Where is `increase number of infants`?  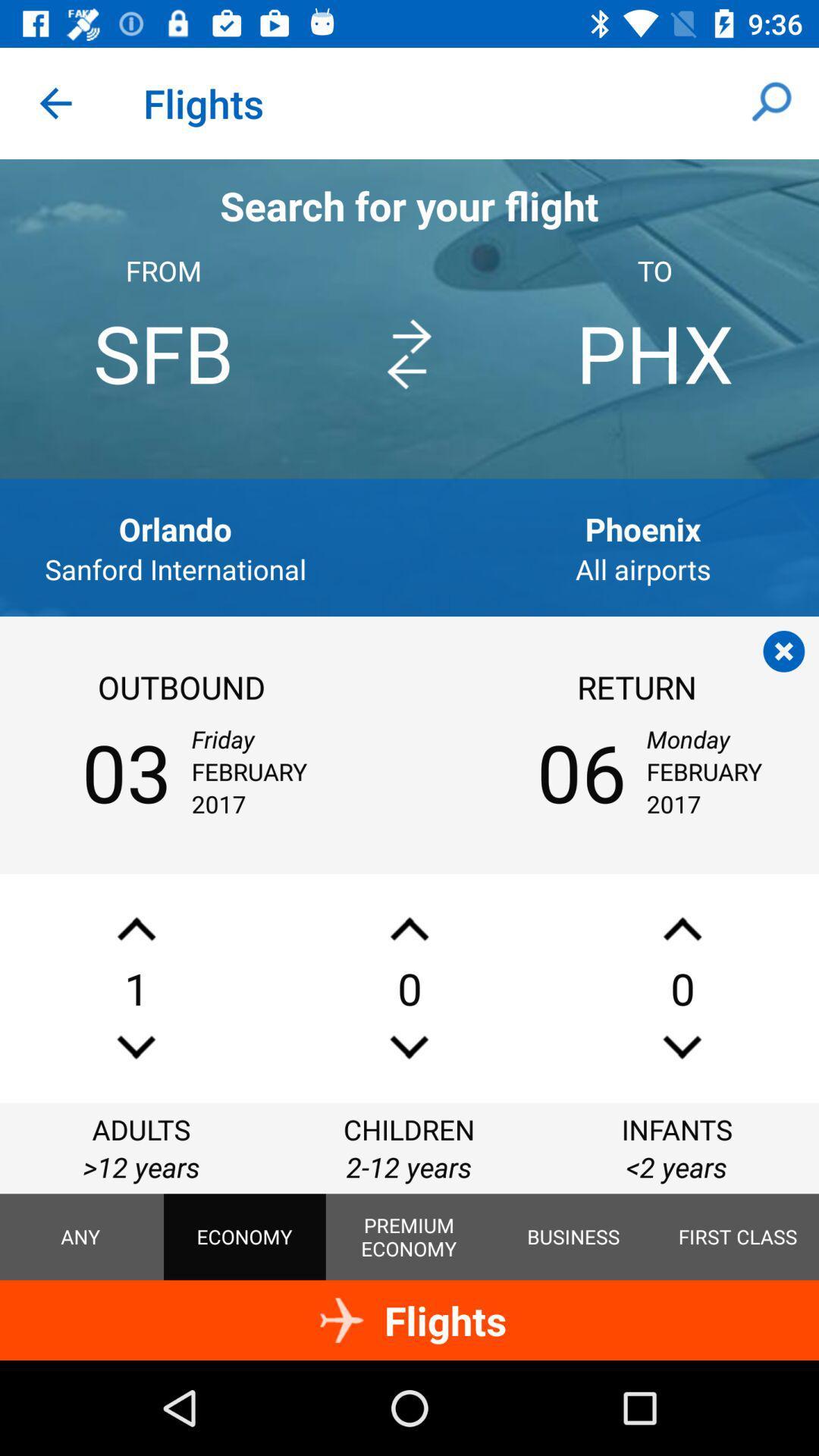
increase number of infants is located at coordinates (681, 928).